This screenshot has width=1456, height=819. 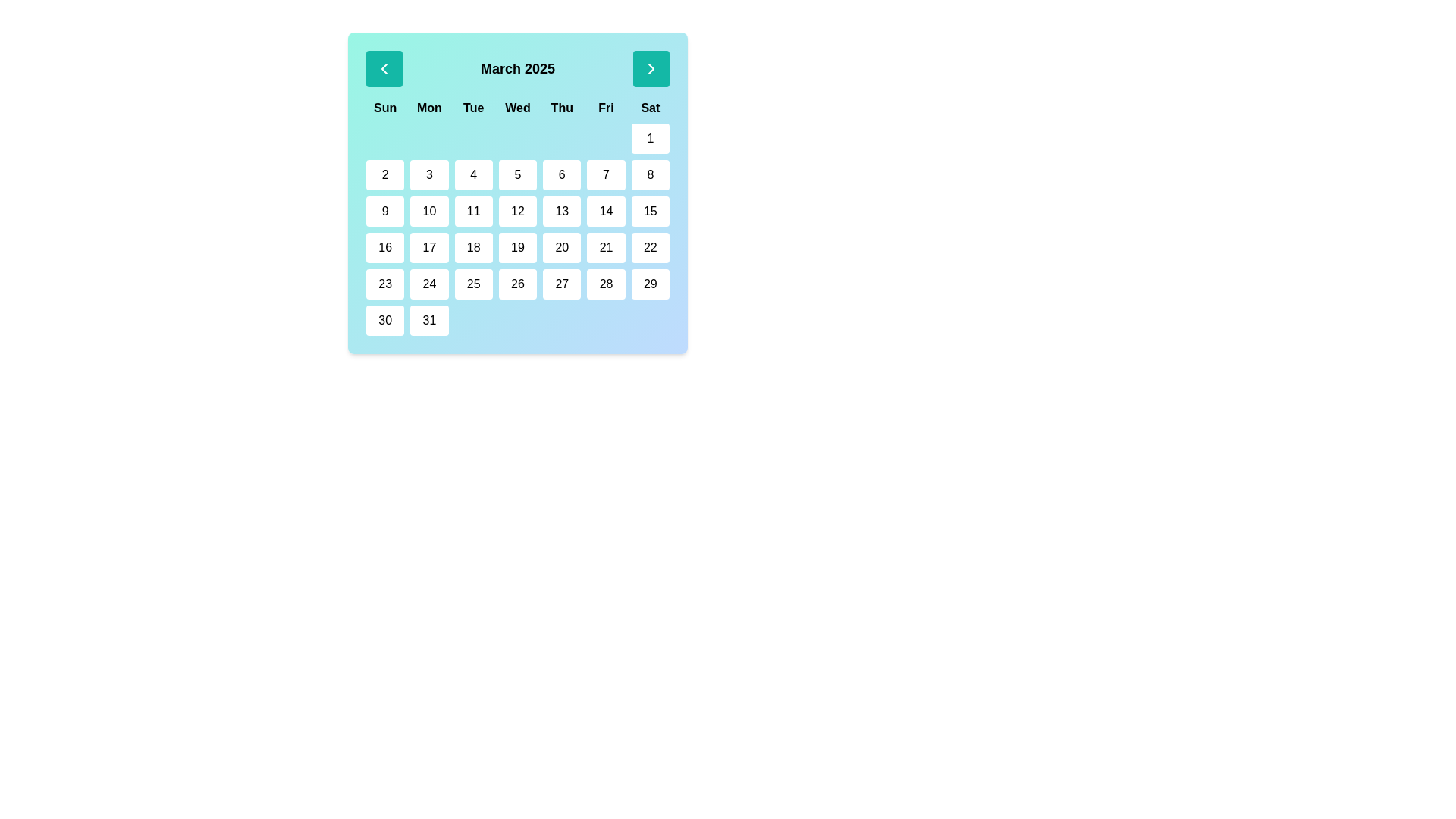 What do you see at coordinates (385, 211) in the screenshot?
I see `the selectable day button representing the ninth day in the calendar interface` at bounding box center [385, 211].